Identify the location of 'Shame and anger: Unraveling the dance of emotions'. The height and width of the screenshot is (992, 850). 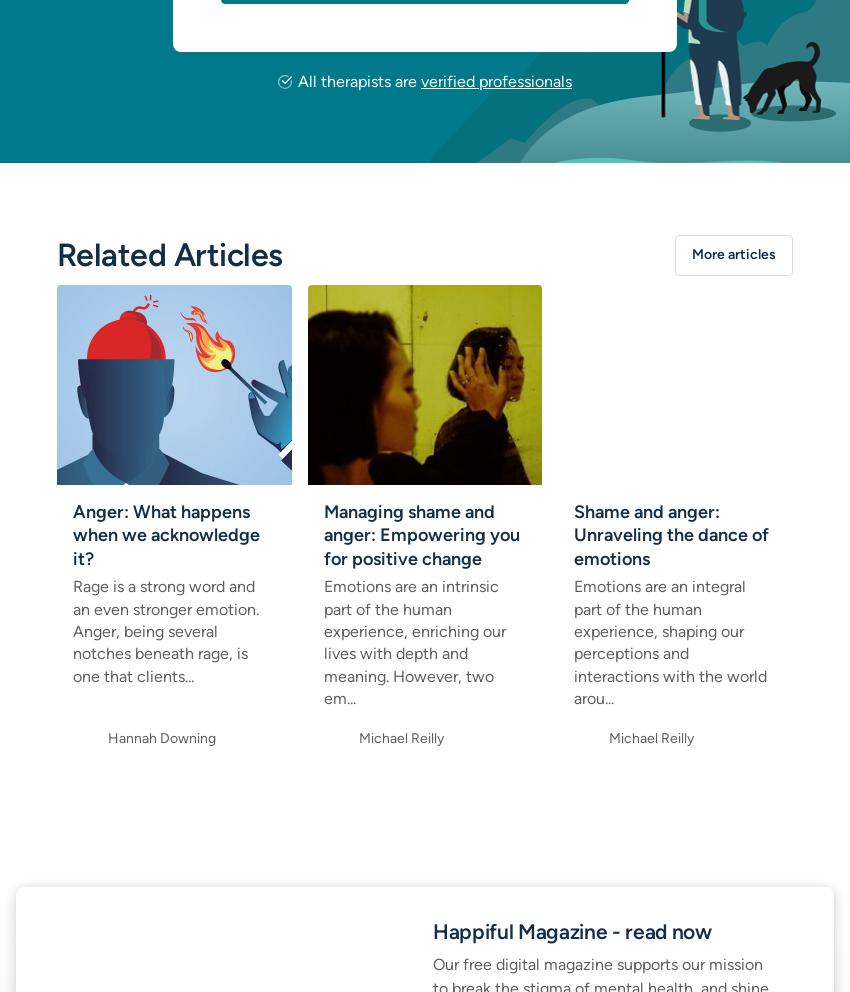
(671, 533).